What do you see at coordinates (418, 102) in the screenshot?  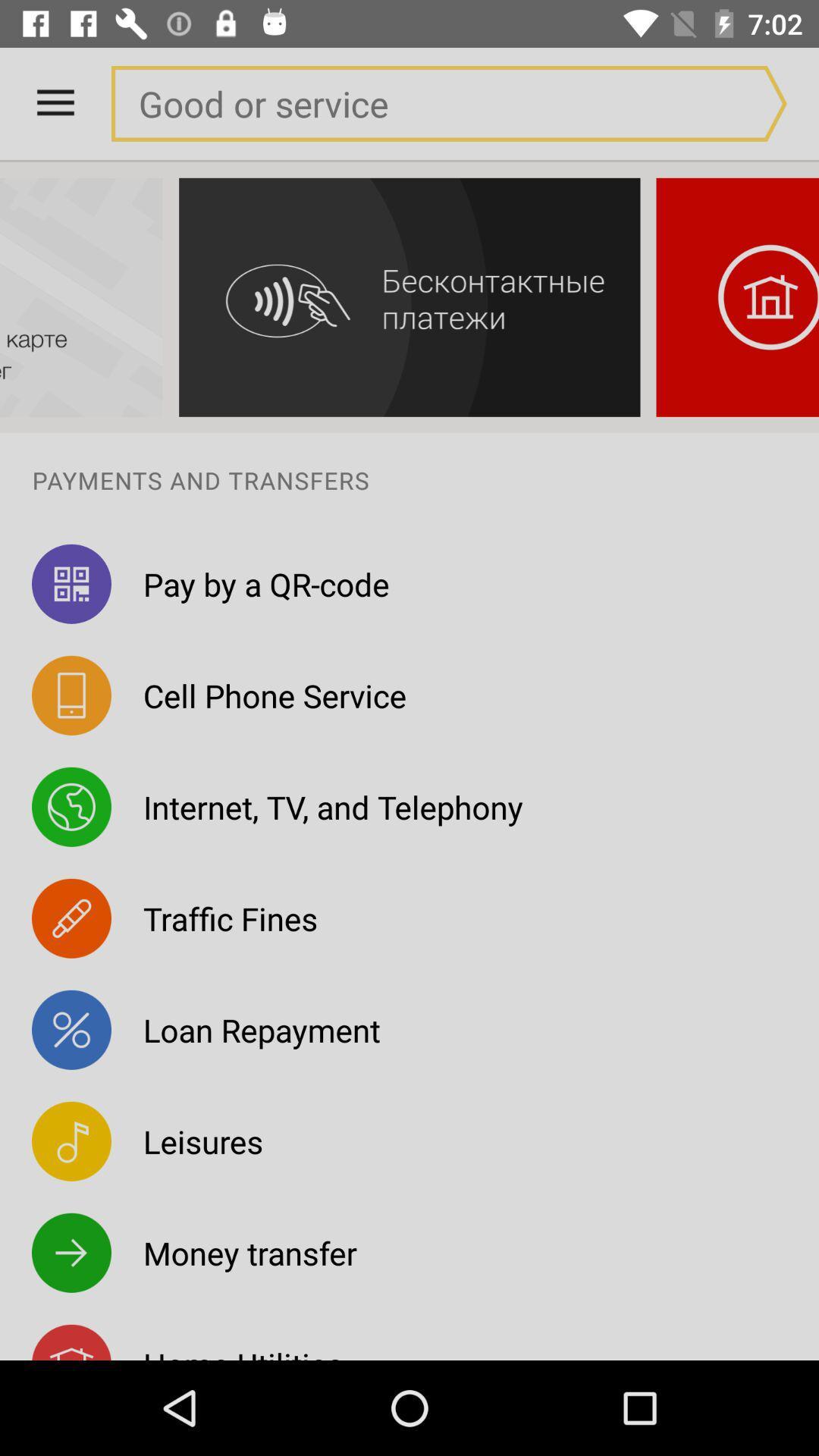 I see `a blank field when used searches for goods or a service` at bounding box center [418, 102].